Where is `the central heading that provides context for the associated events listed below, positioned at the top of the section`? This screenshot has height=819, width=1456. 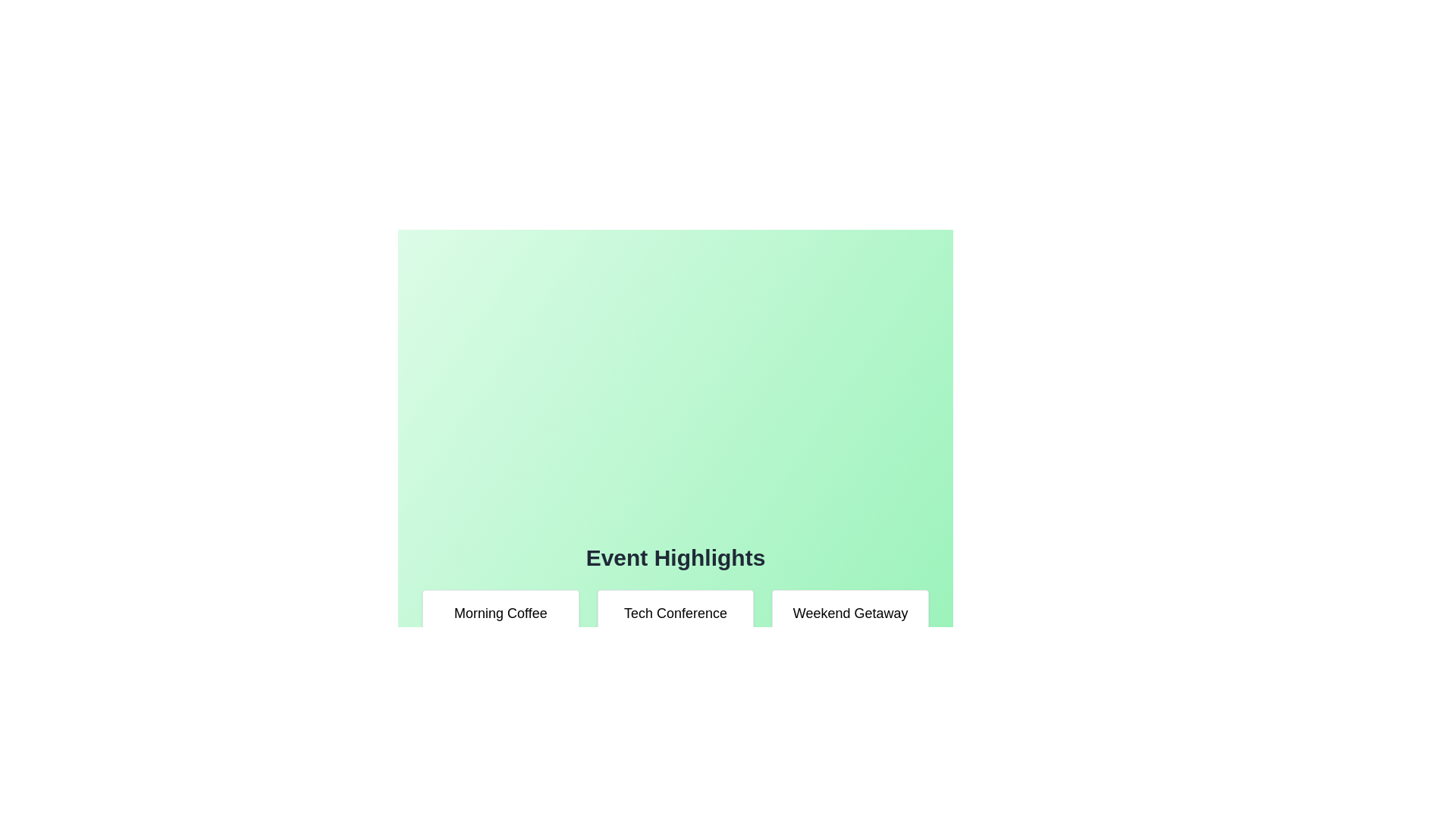 the central heading that provides context for the associated events listed below, positioned at the top of the section is located at coordinates (675, 558).